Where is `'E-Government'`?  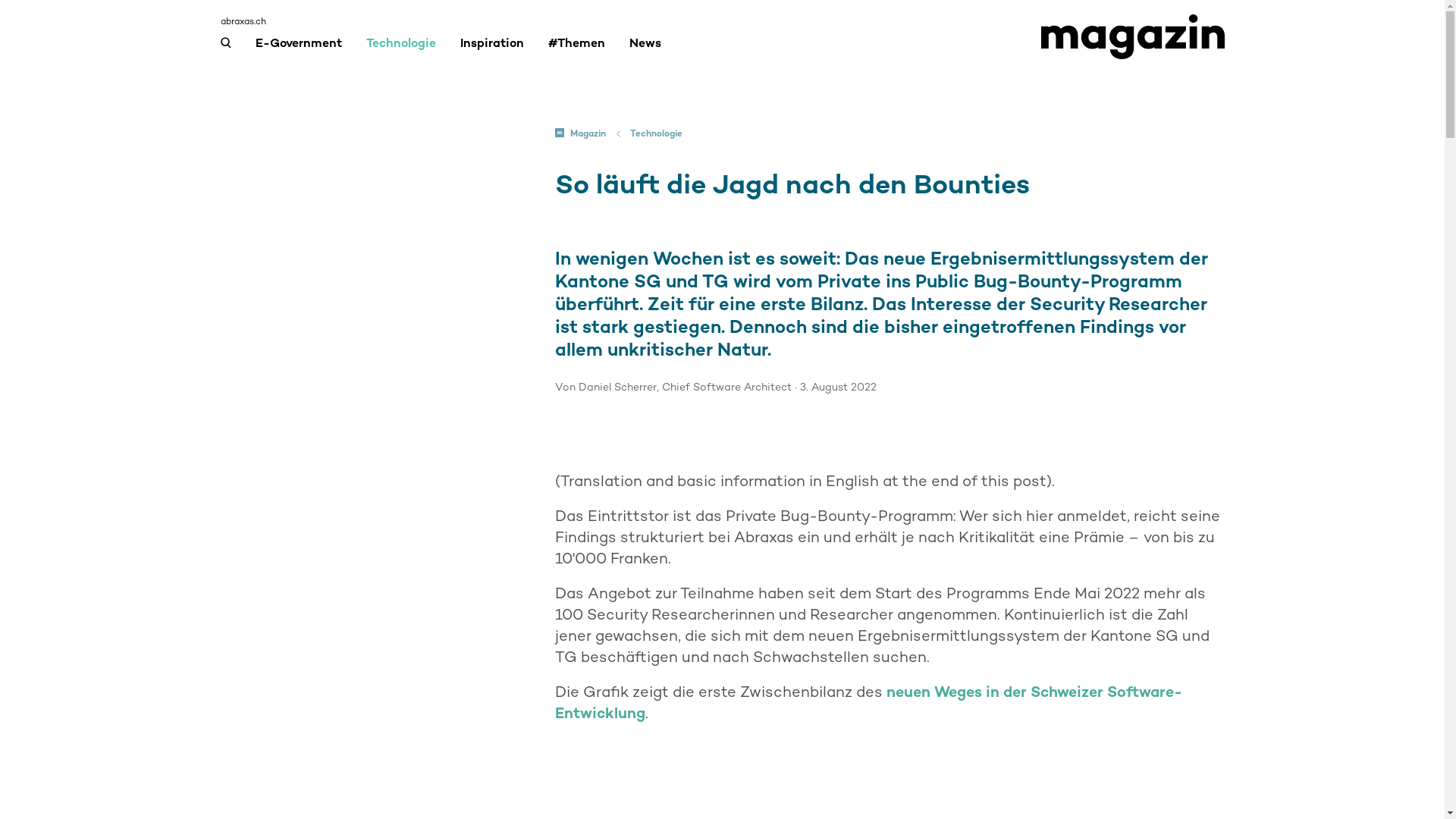
'E-Government' is located at coordinates (298, 49).